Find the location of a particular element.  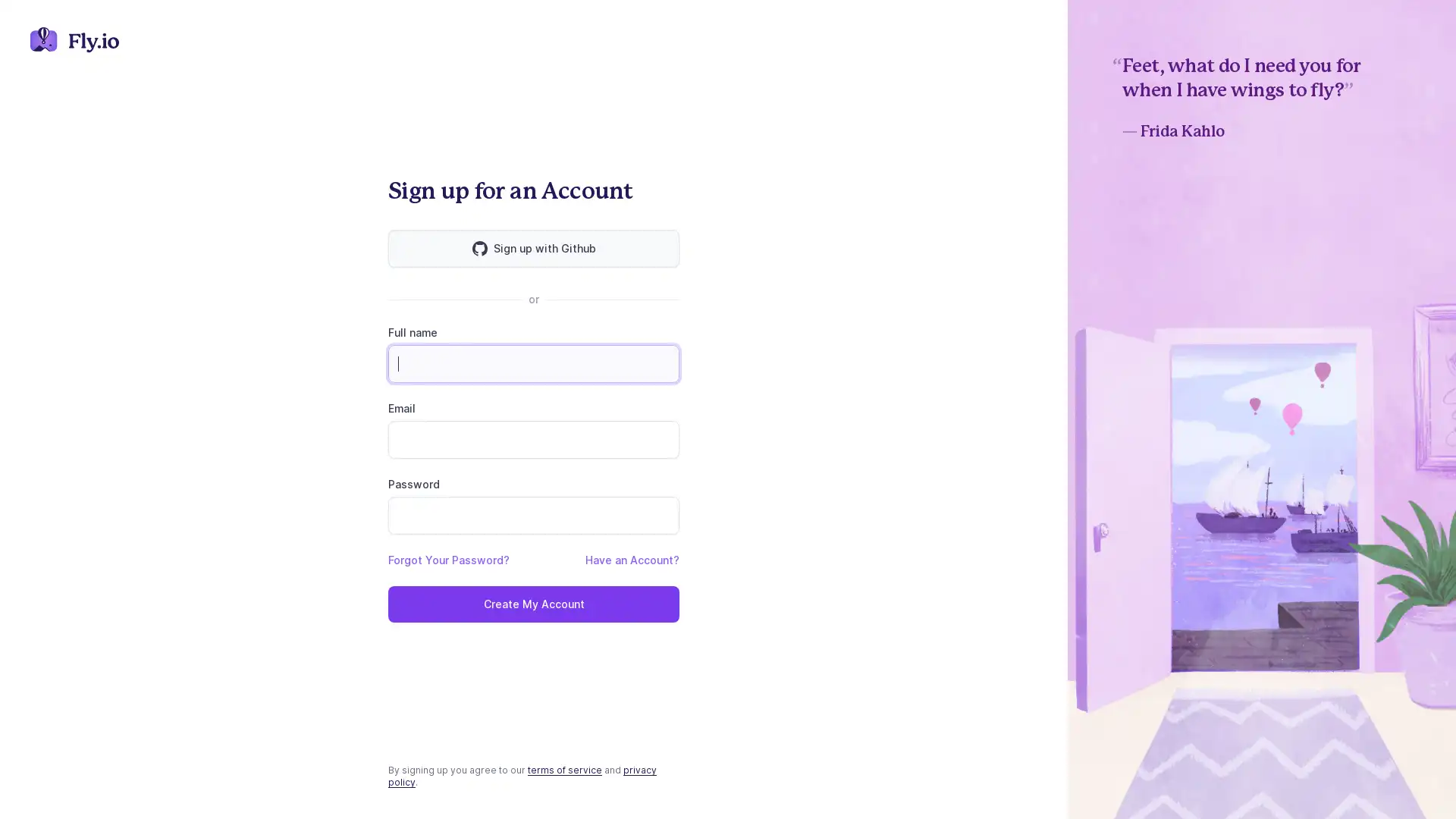

Create My Account is located at coordinates (534, 604).